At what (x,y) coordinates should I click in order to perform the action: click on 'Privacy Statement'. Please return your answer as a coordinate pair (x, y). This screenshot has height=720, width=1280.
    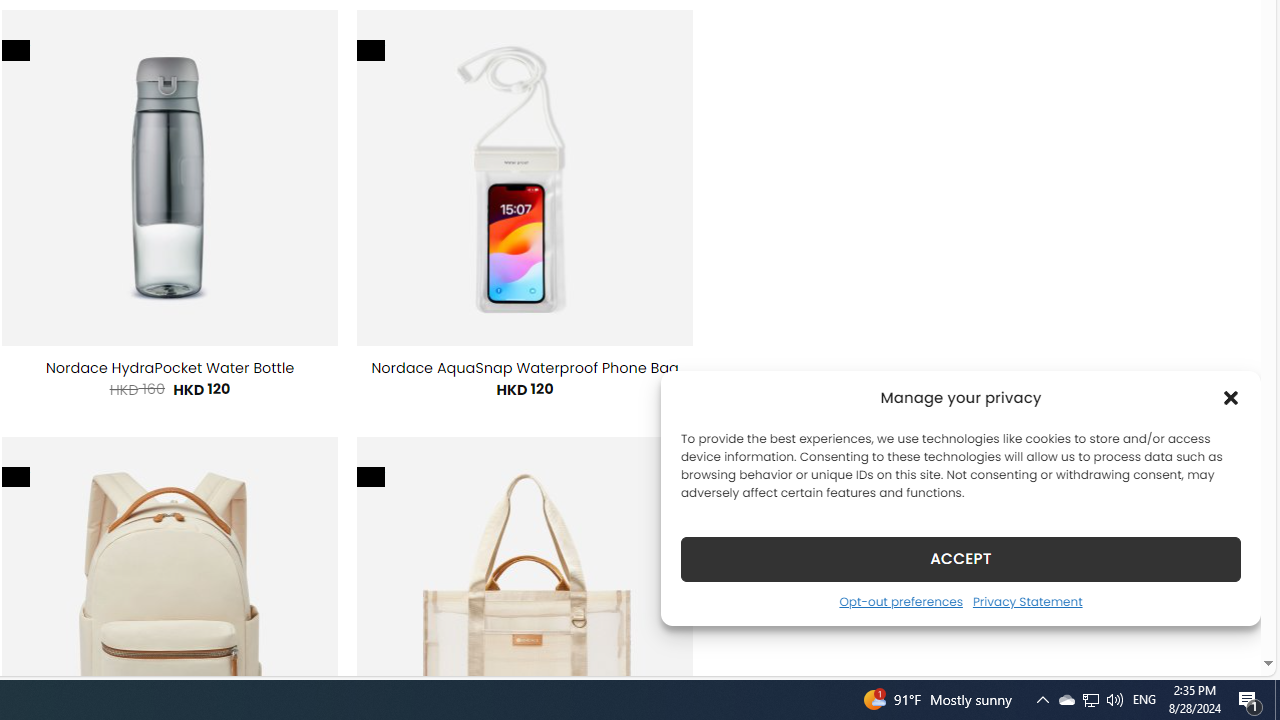
    Looking at the image, I should click on (1027, 600).